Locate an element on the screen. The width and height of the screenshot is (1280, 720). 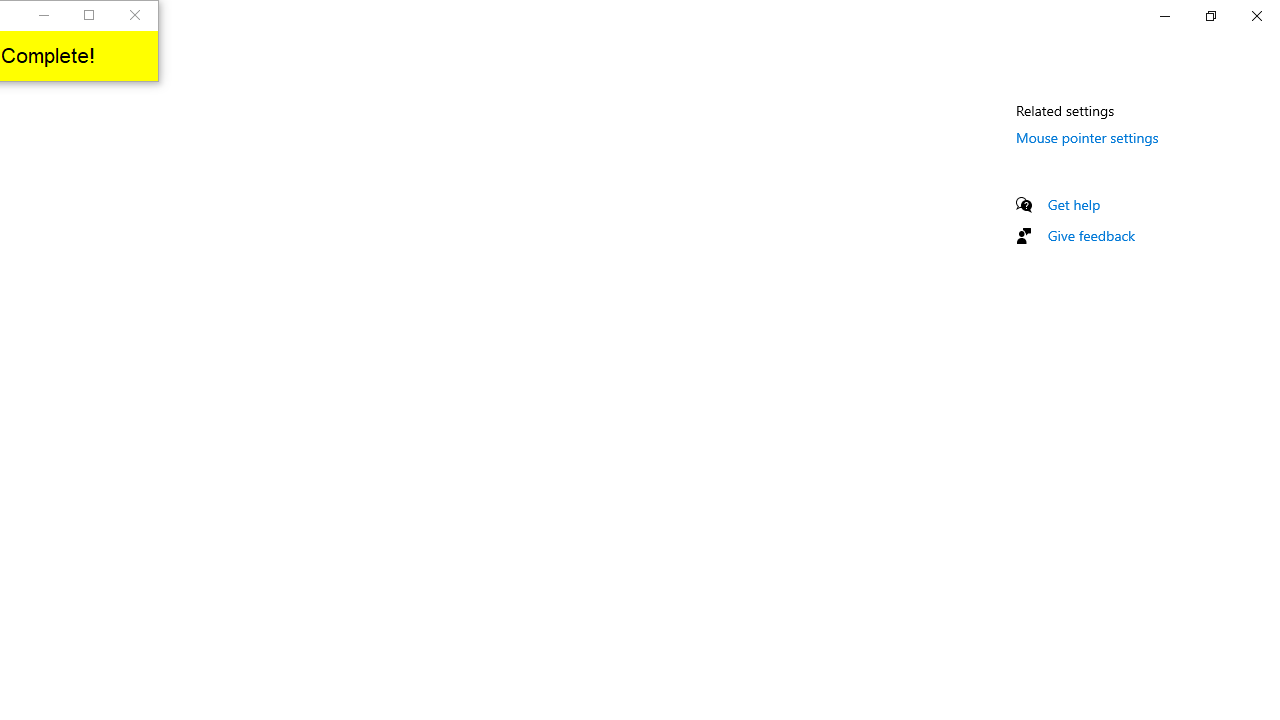
'Give feedback' is located at coordinates (1090, 234).